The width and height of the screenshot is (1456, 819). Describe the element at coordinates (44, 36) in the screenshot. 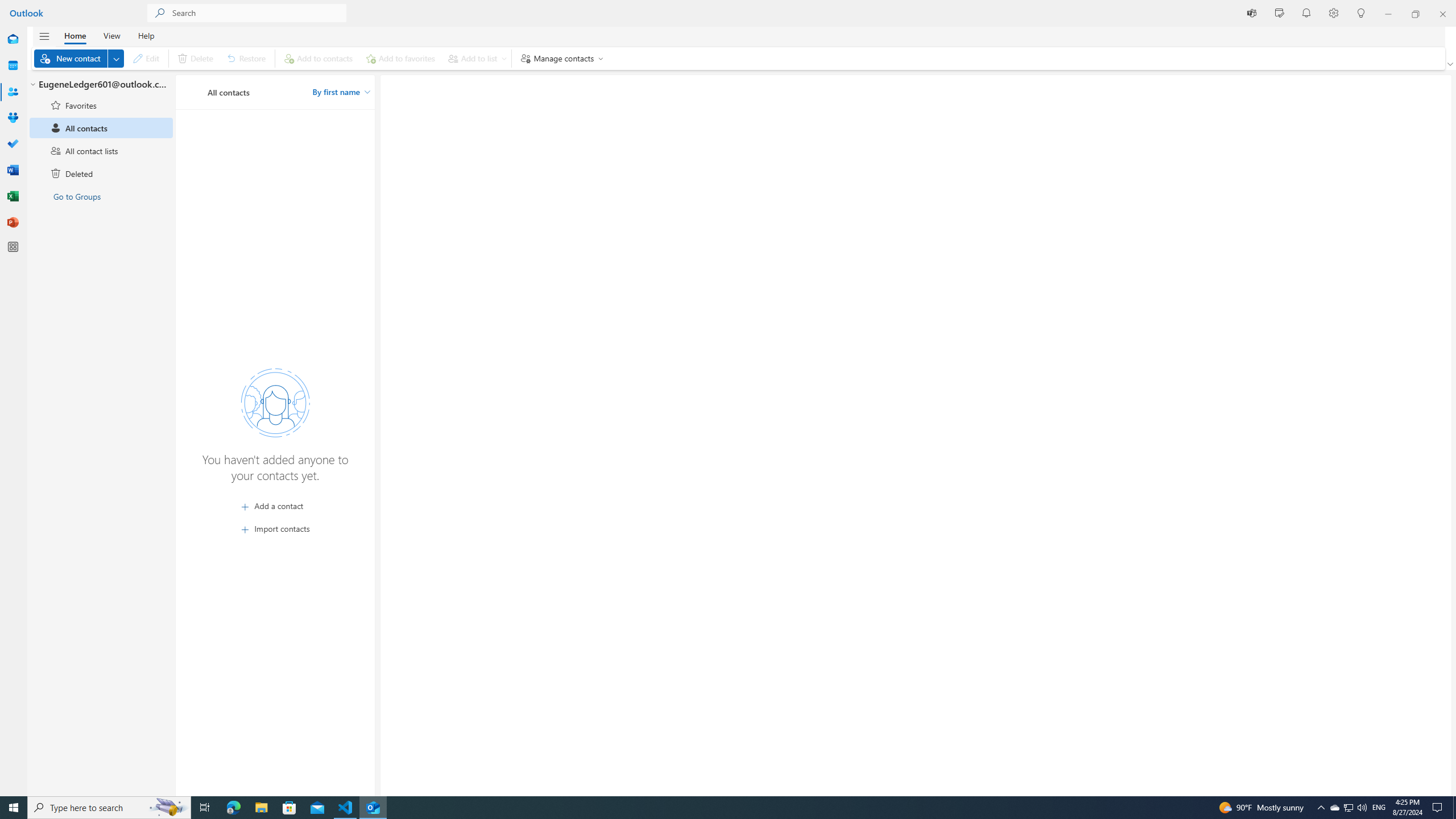

I see `'Hide navigation pane'` at that location.